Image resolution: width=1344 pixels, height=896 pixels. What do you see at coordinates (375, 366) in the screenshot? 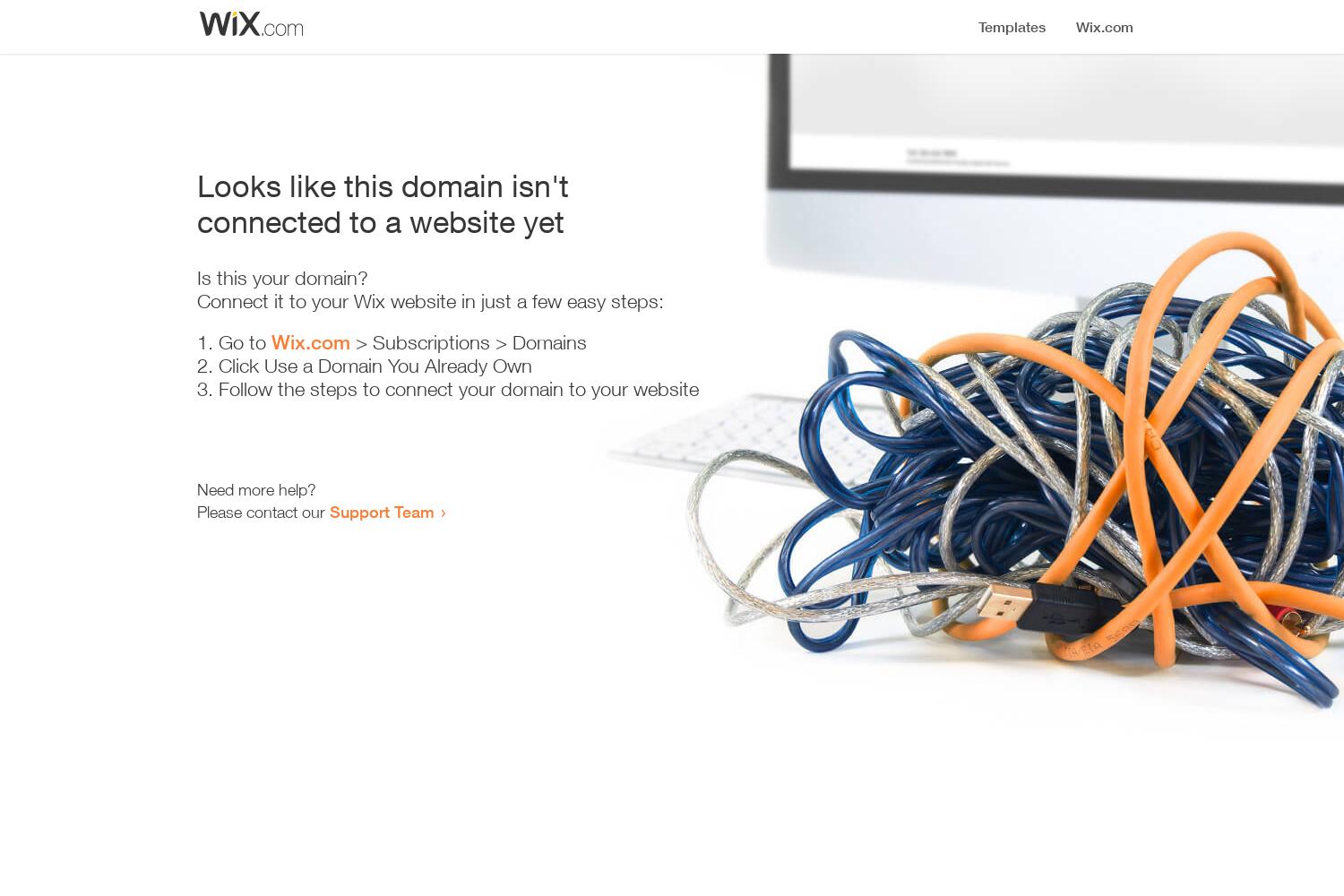
I see `'Click Use a Domain You Already Own'` at bounding box center [375, 366].